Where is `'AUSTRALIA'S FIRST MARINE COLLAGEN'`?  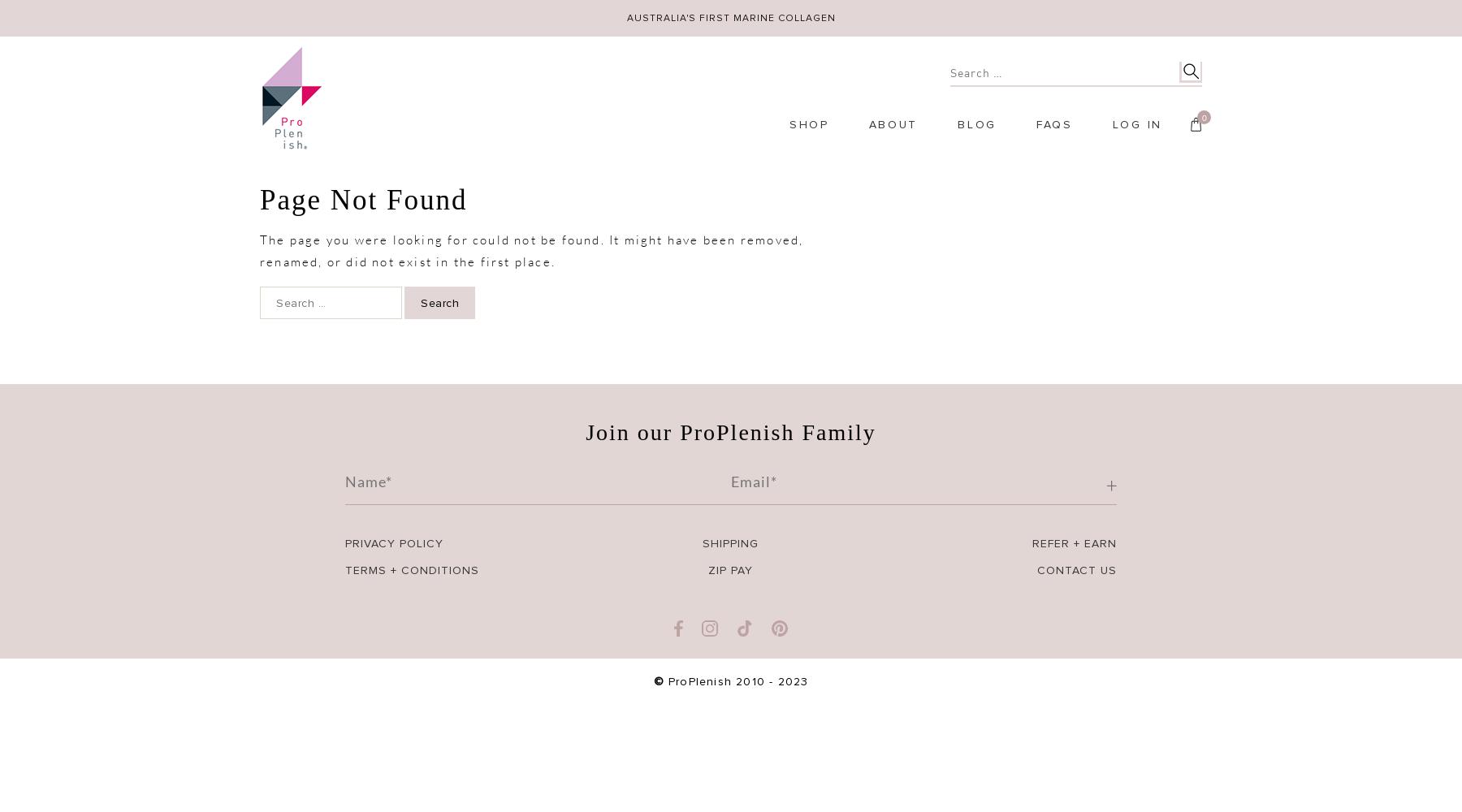 'AUSTRALIA'S FIRST MARINE COLLAGEN' is located at coordinates (730, 19).